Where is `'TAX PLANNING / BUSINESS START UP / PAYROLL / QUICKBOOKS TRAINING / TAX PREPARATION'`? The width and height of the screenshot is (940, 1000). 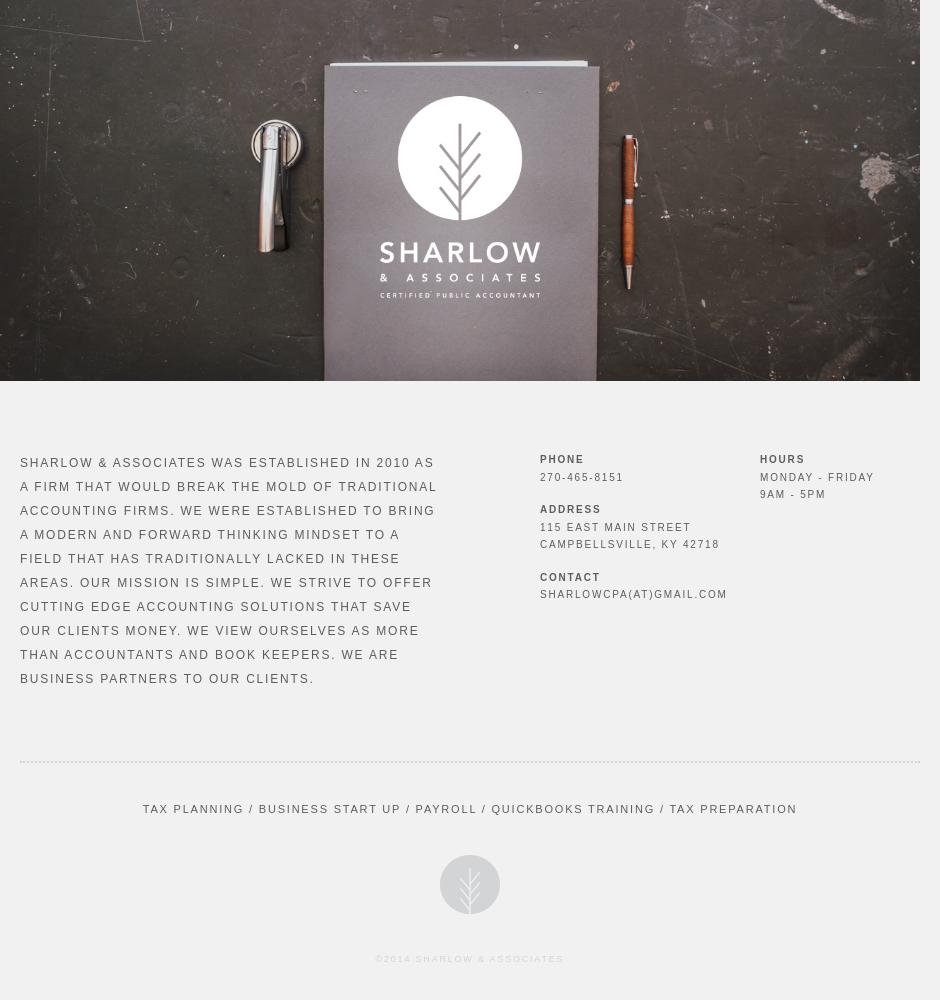
'TAX PLANNING / BUSINESS START UP / PAYROLL / QUICKBOOKS TRAINING / TAX PREPARATION' is located at coordinates (468, 809).